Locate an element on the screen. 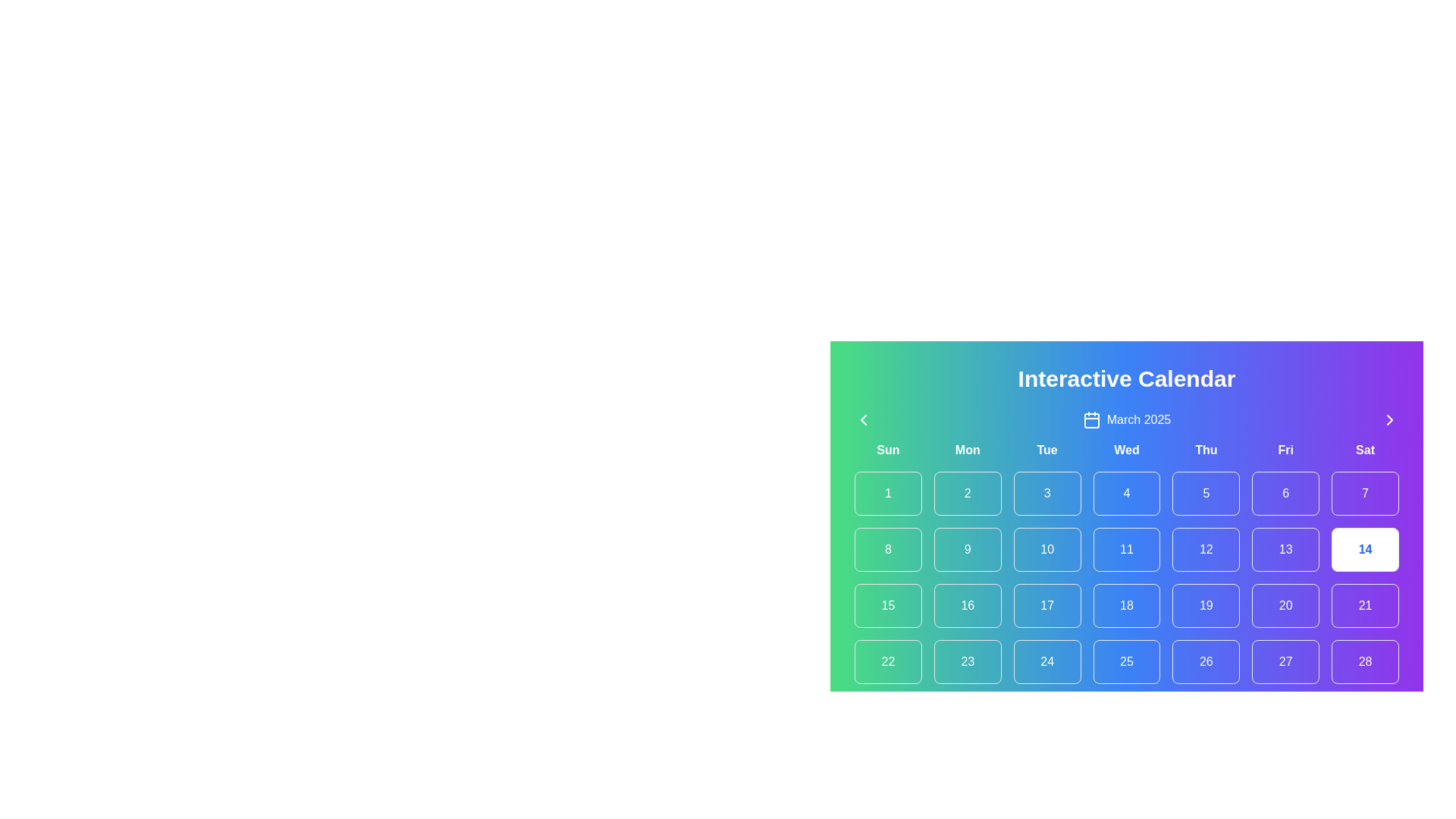 The image size is (1456, 819). the Calendar Day Button representing Friday to trigger the hover effect is located at coordinates (1285, 494).